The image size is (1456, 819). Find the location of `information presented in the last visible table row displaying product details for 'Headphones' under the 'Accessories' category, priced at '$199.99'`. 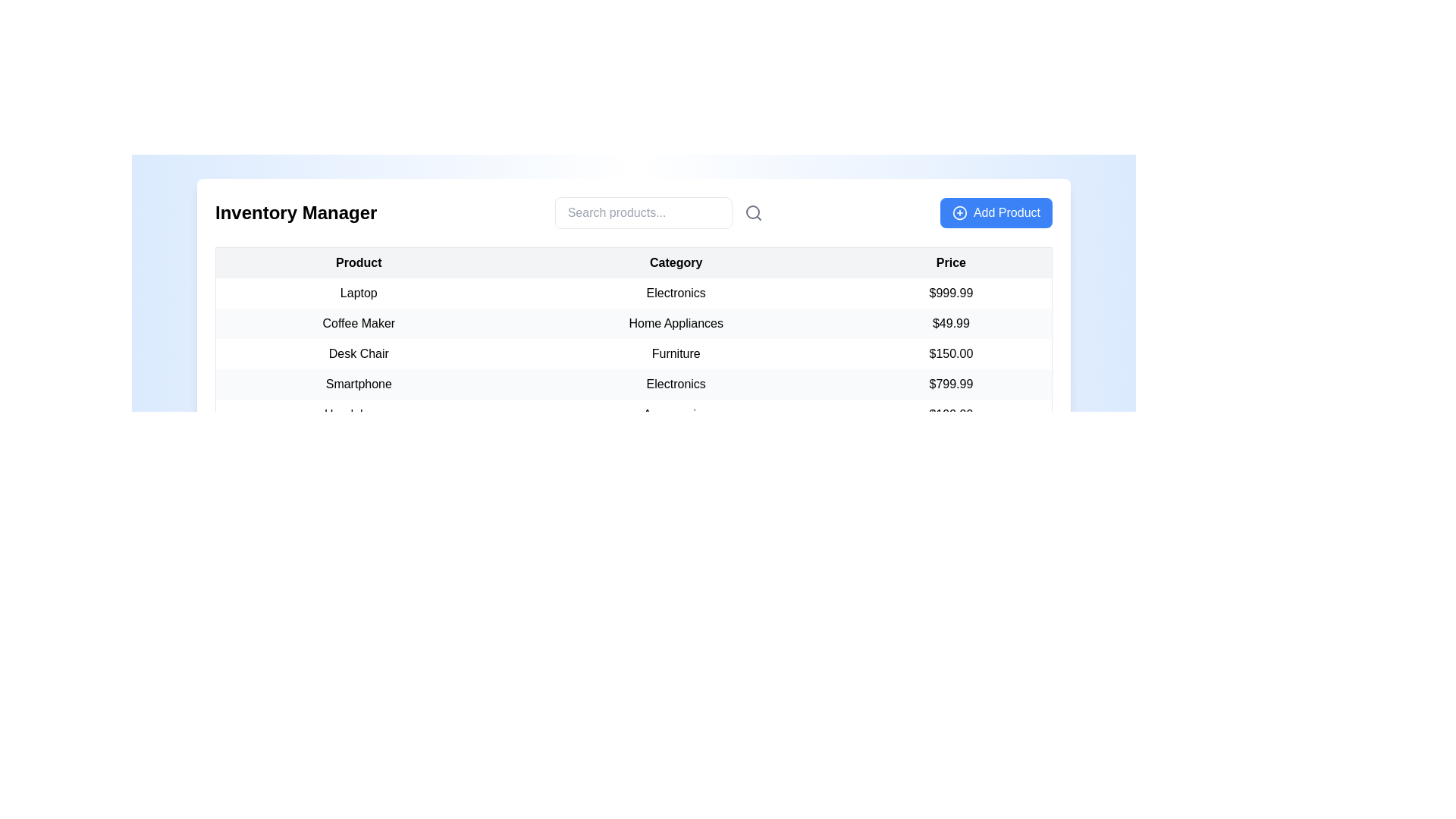

information presented in the last visible table row displaying product details for 'Headphones' under the 'Accessories' category, priced at '$199.99' is located at coordinates (633, 415).